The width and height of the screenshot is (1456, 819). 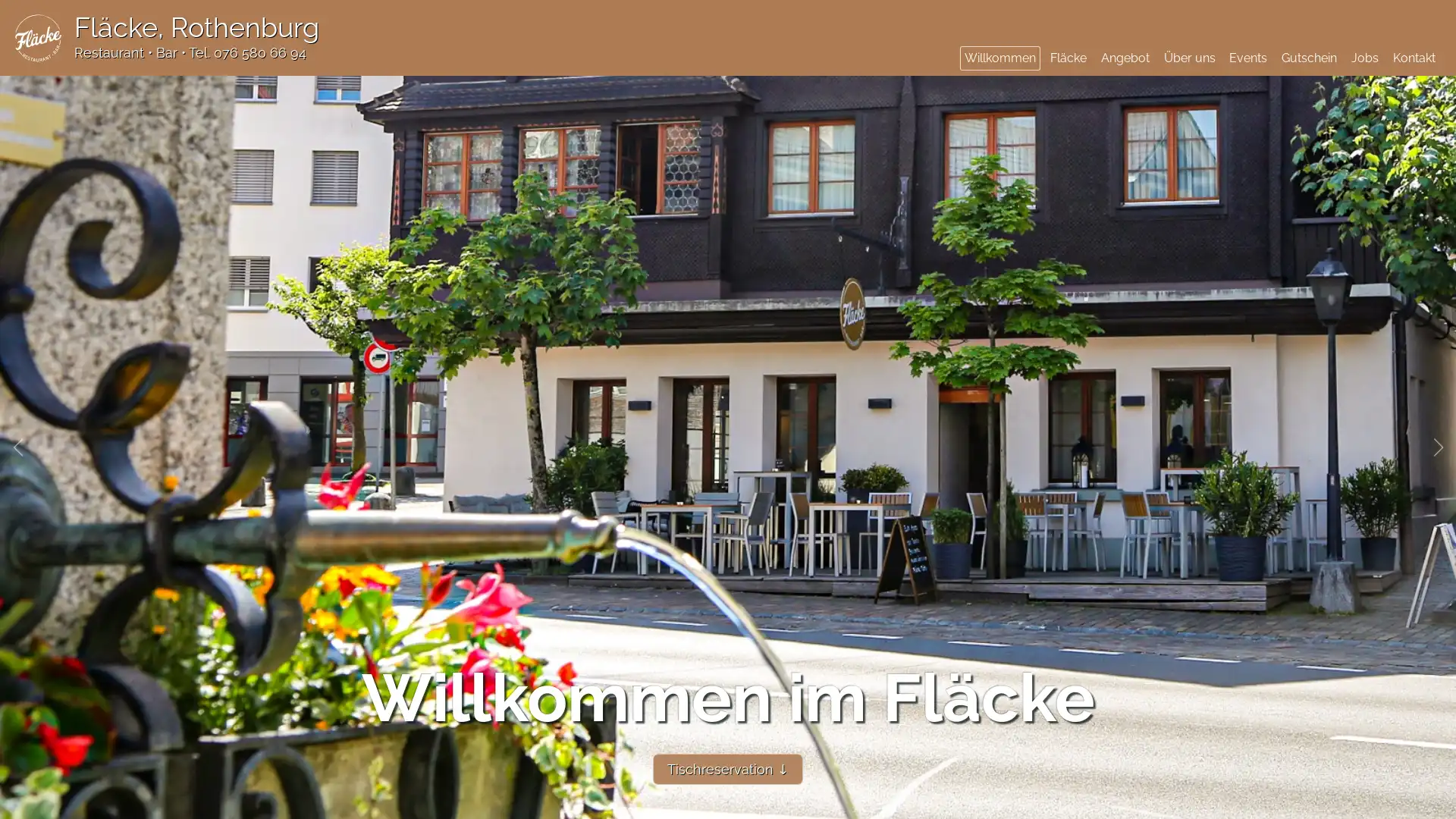 I want to click on Next slide, so click(x=1437, y=447).